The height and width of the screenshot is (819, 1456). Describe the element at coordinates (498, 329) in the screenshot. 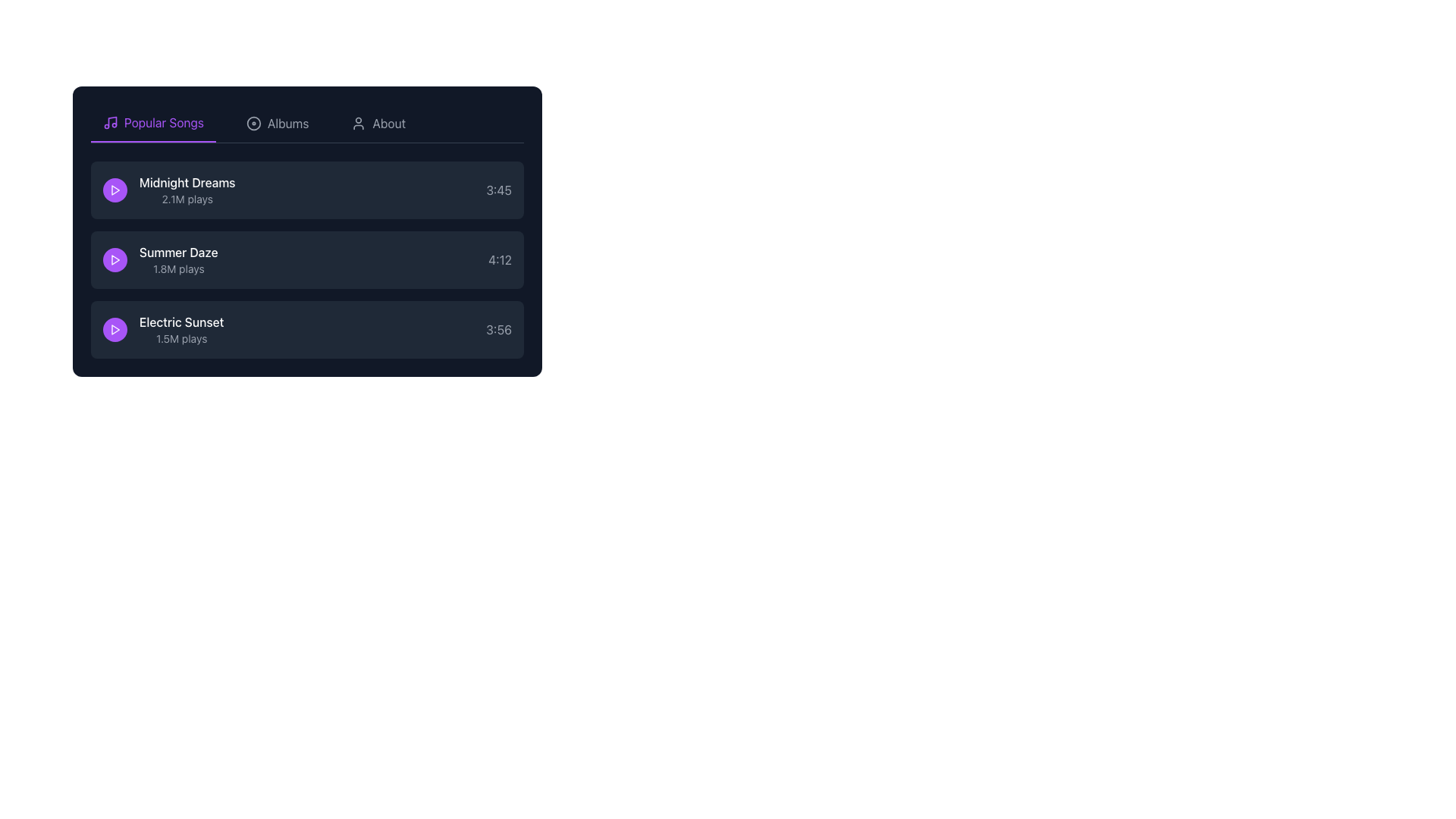

I see `the text display that shows the duration of the track 'Electric Sunset', located at the far right of the song's row, aligned with the song title and play button` at that location.